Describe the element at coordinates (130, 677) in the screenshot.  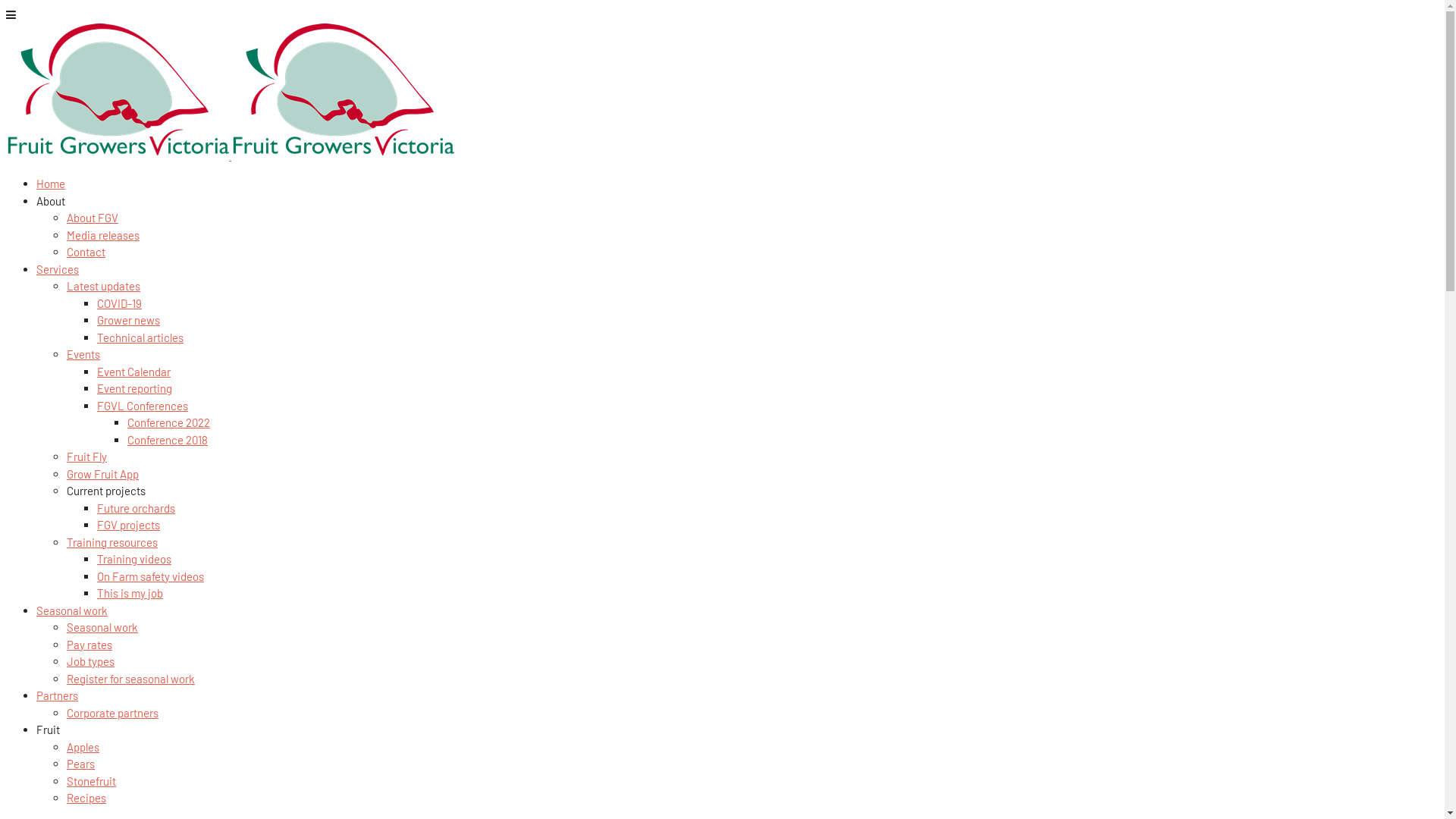
I see `'Register for seasonal work'` at that location.